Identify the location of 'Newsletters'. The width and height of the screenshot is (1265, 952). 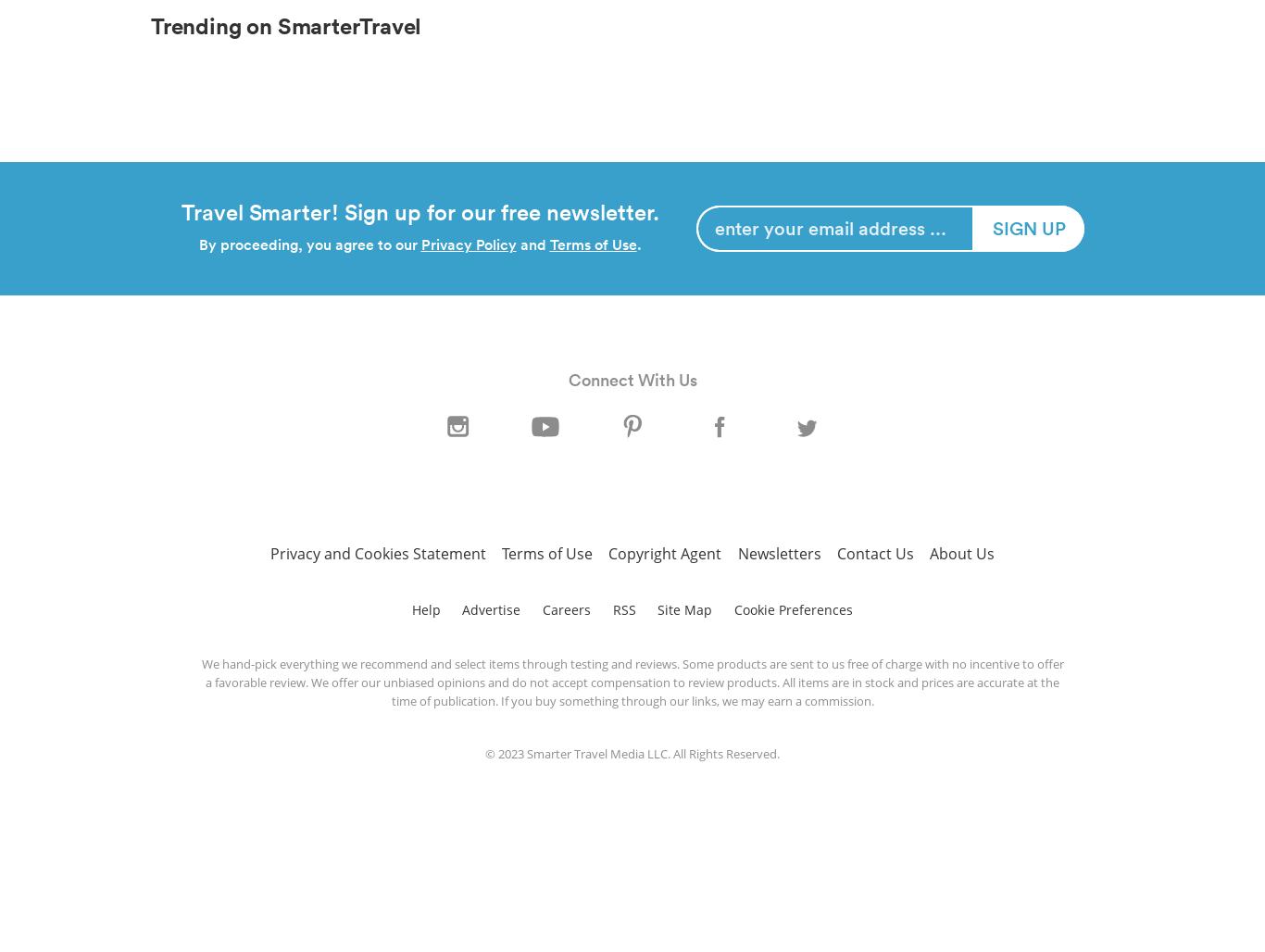
(736, 551).